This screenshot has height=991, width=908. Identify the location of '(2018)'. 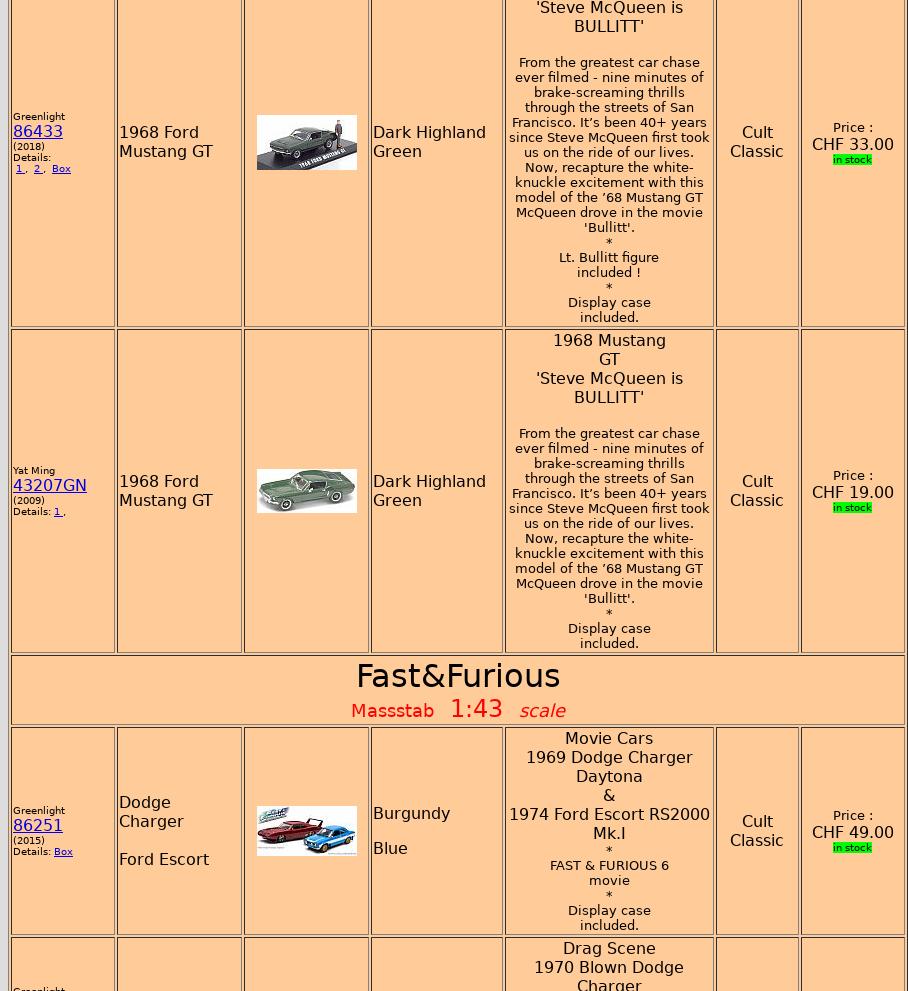
(27, 145).